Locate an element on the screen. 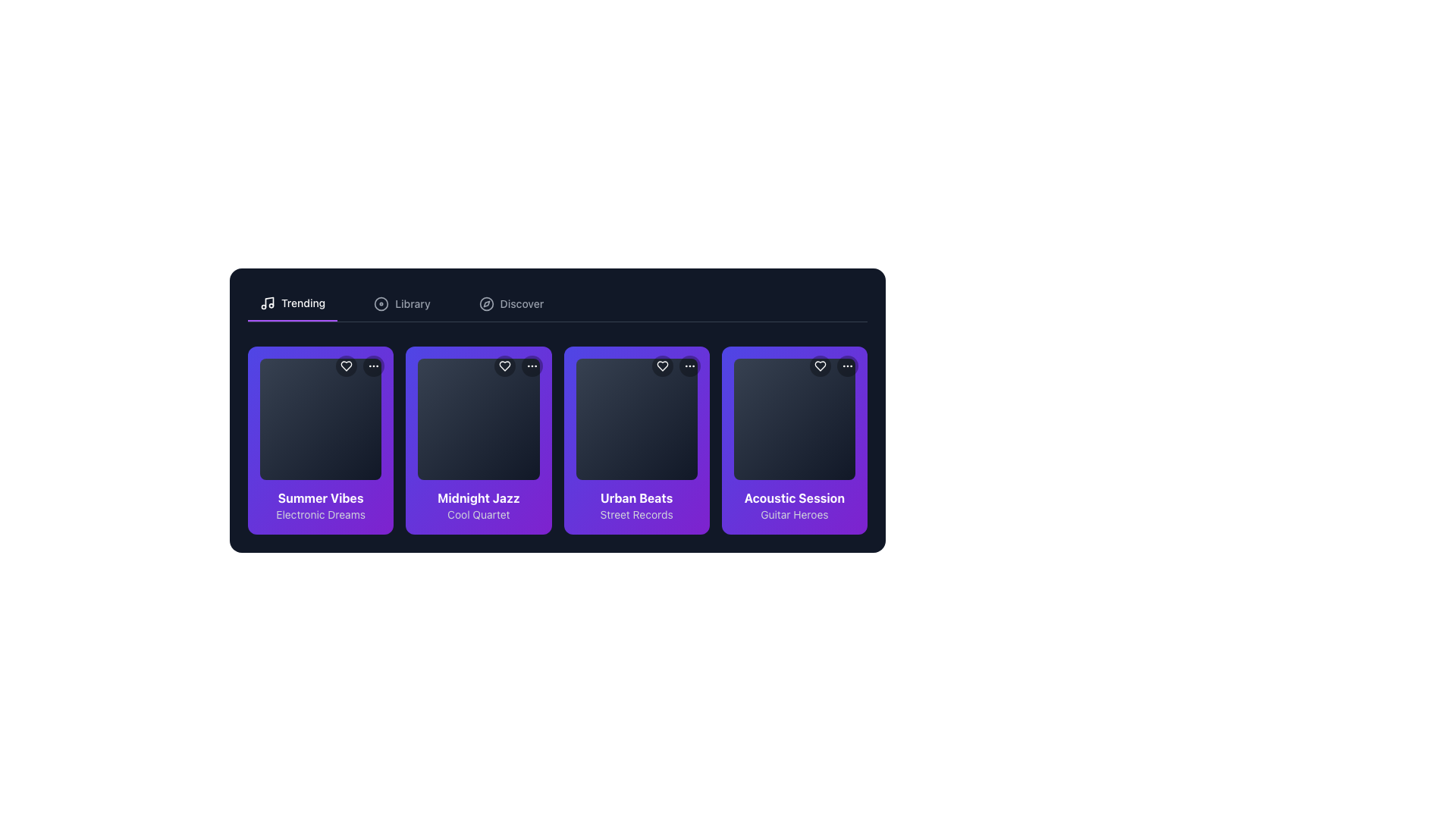 The height and width of the screenshot is (819, 1456). the 'Discover' button located in the top navigation bar, positioned as the third option to the right of 'Trending' and 'Library' is located at coordinates (511, 304).